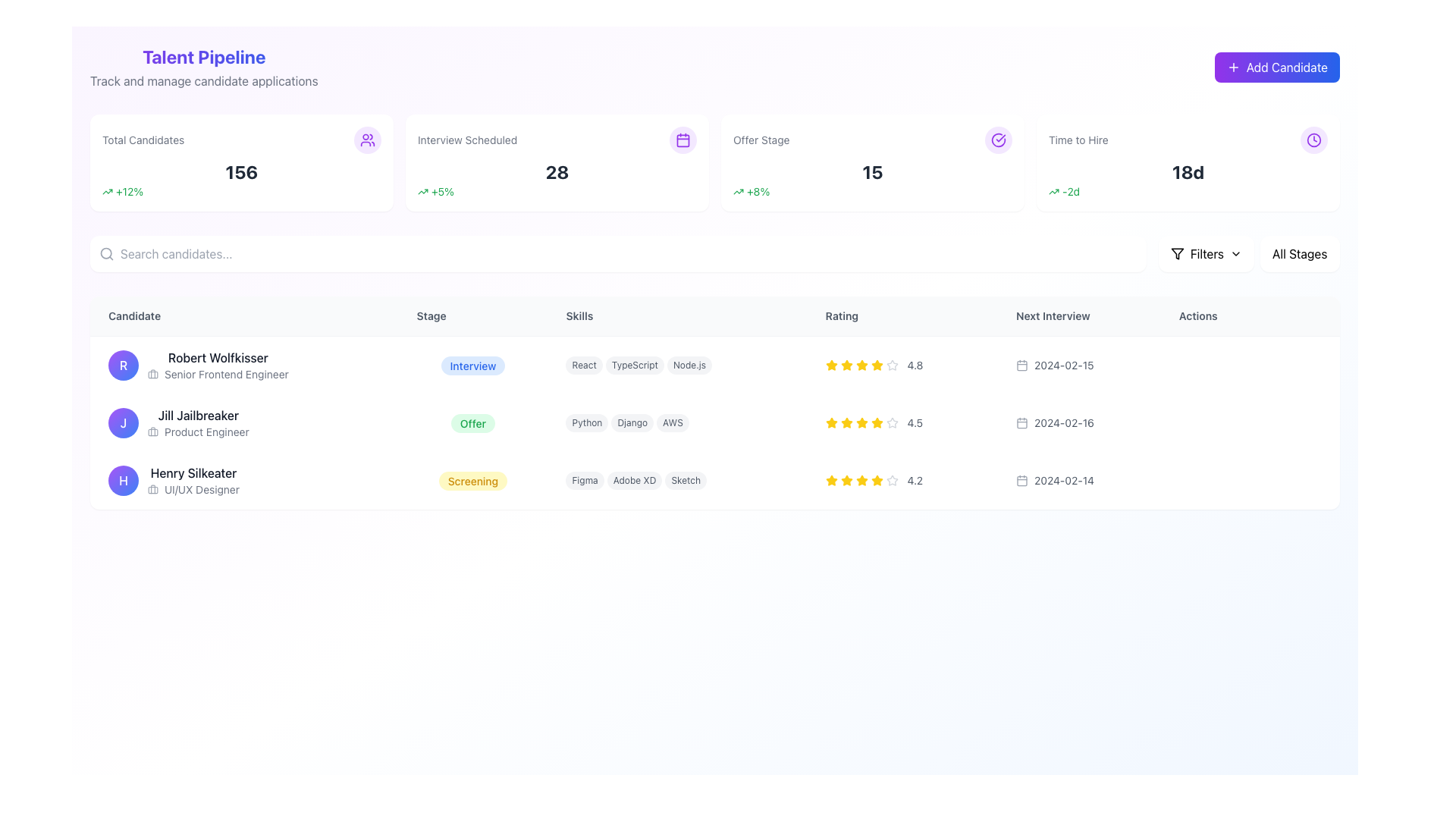 The width and height of the screenshot is (1456, 819). Describe the element at coordinates (714, 480) in the screenshot. I see `information provided in the third row of the table displaying user details, which includes the individual's role, expertise, stage in the process, rating, and next interview date` at that location.